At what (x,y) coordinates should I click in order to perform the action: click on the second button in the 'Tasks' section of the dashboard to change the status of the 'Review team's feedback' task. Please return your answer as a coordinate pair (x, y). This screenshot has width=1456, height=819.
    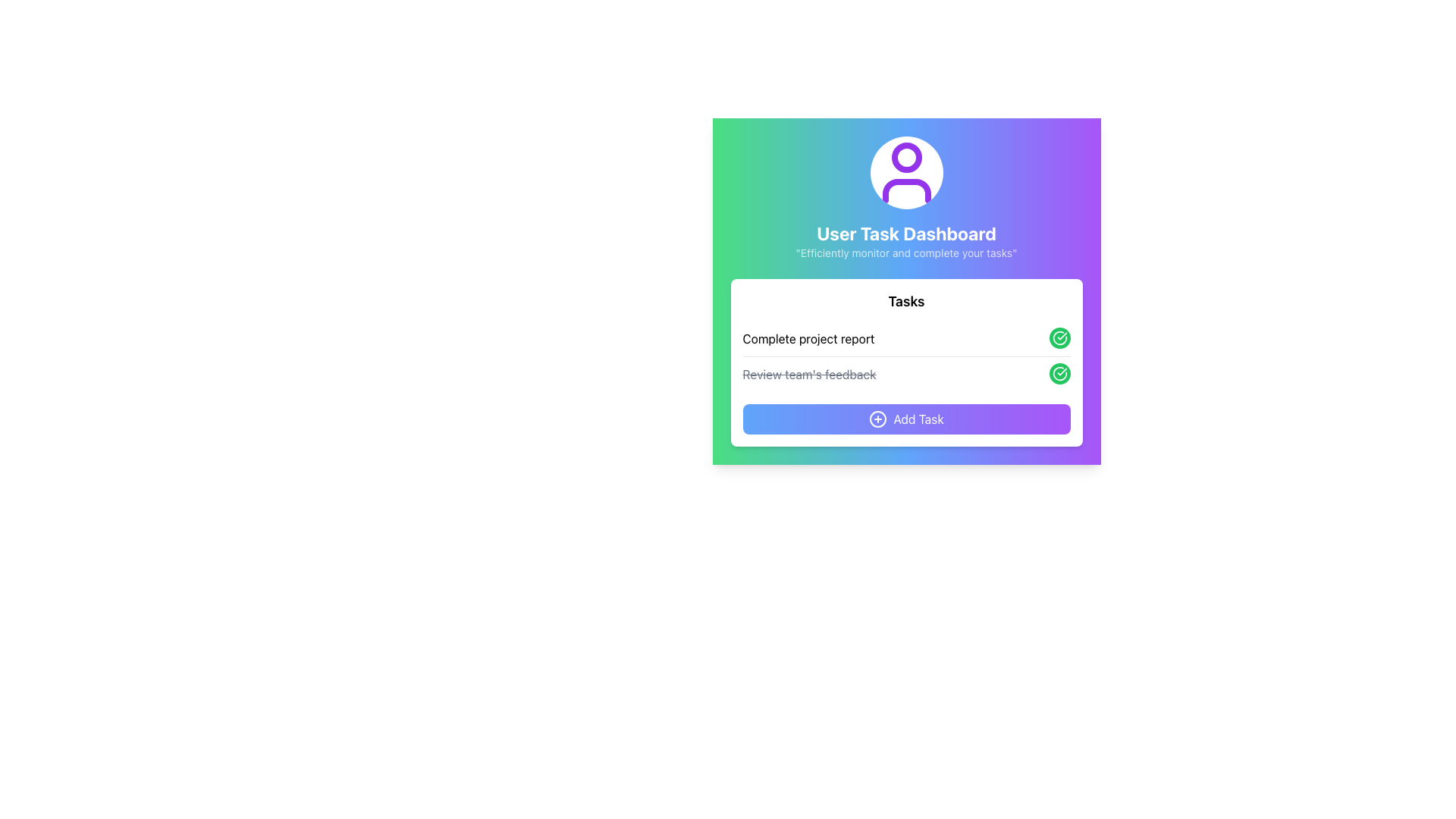
    Looking at the image, I should click on (1059, 374).